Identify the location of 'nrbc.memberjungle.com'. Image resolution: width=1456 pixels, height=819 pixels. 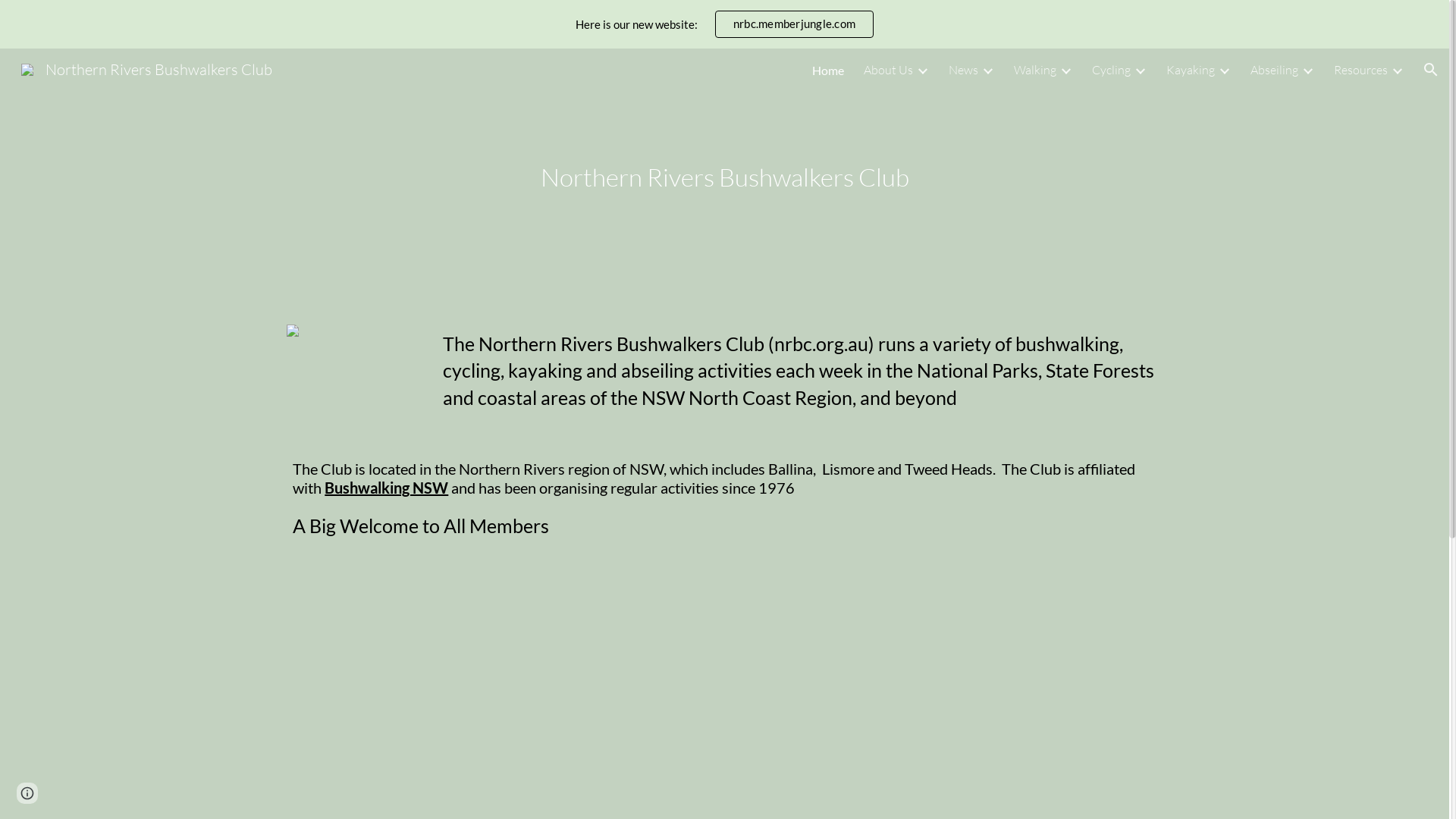
(793, 24).